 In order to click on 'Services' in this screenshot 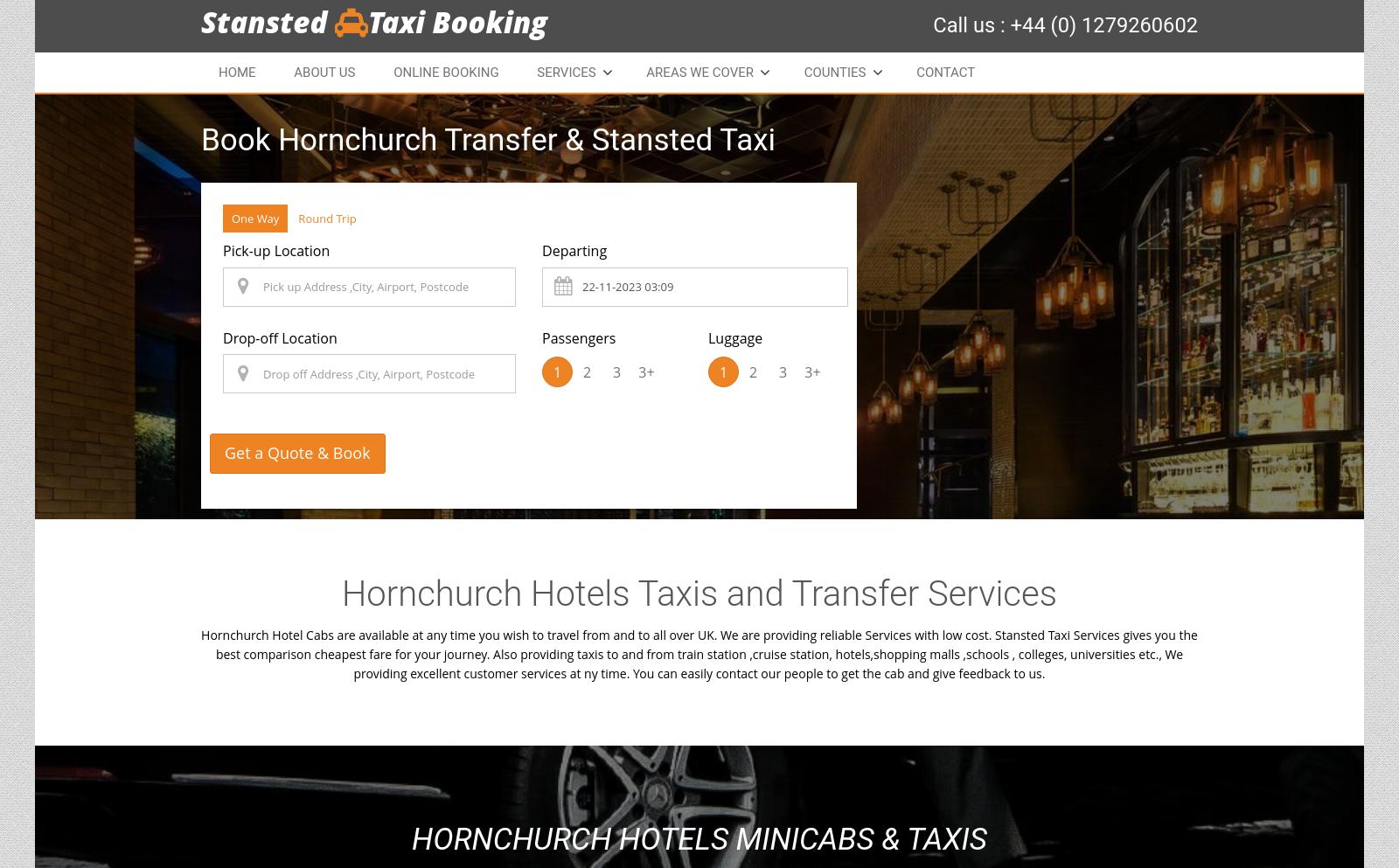, I will do `click(566, 72)`.